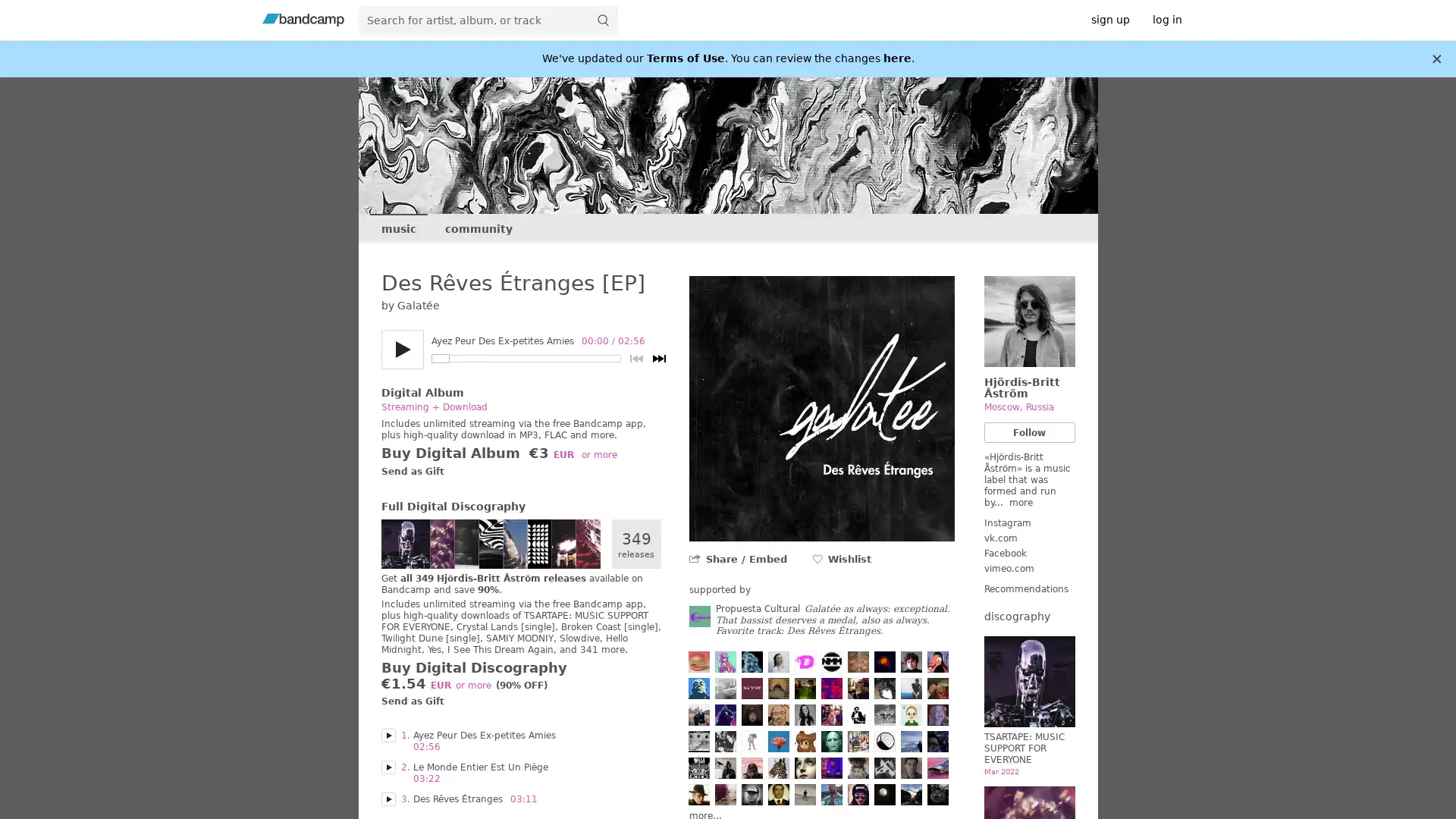 The width and height of the screenshot is (1456, 819). Describe the element at coordinates (388, 798) in the screenshot. I see `Play Des Reves Etranges` at that location.